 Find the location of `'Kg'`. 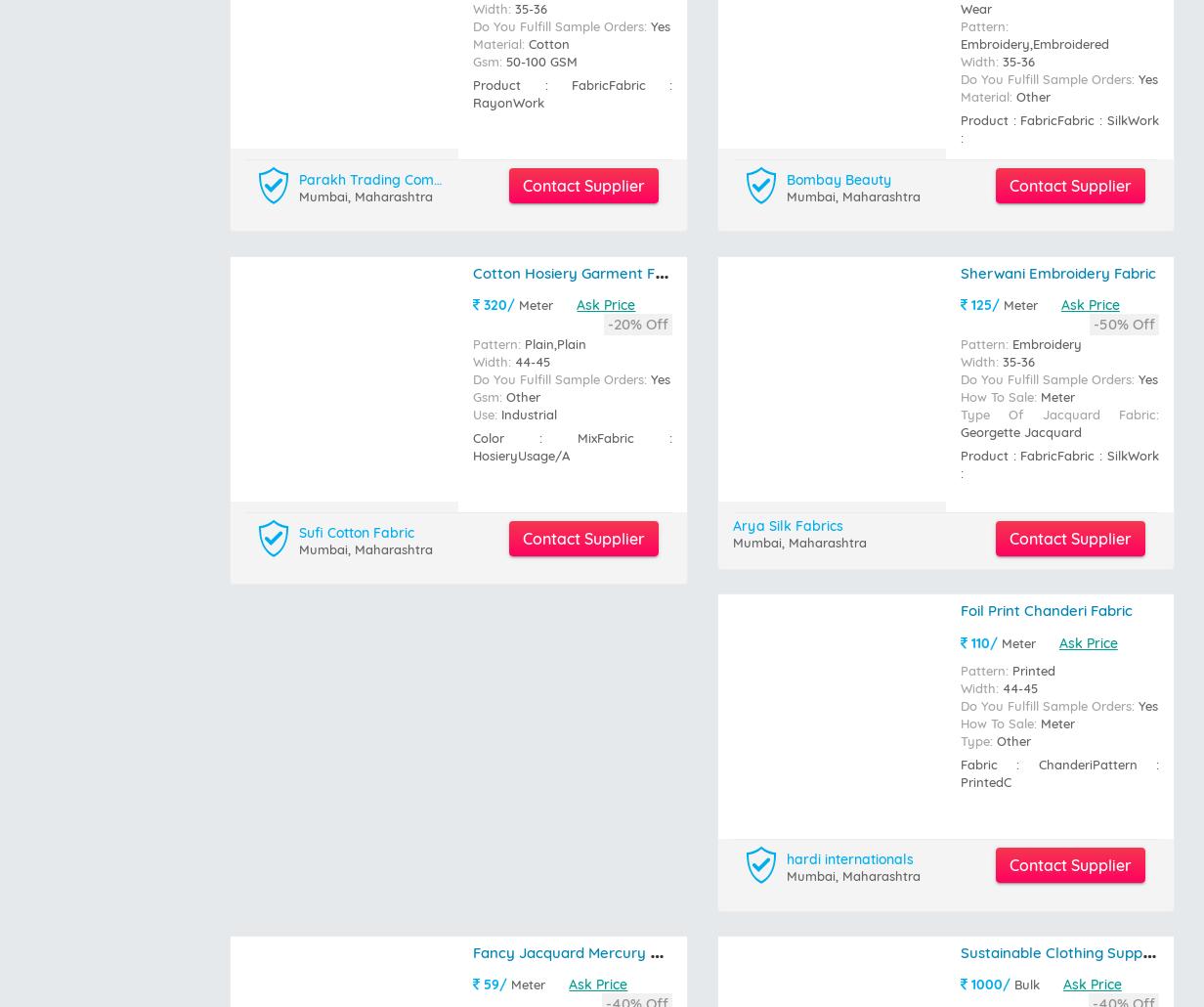

'Kg' is located at coordinates (1014, 543).